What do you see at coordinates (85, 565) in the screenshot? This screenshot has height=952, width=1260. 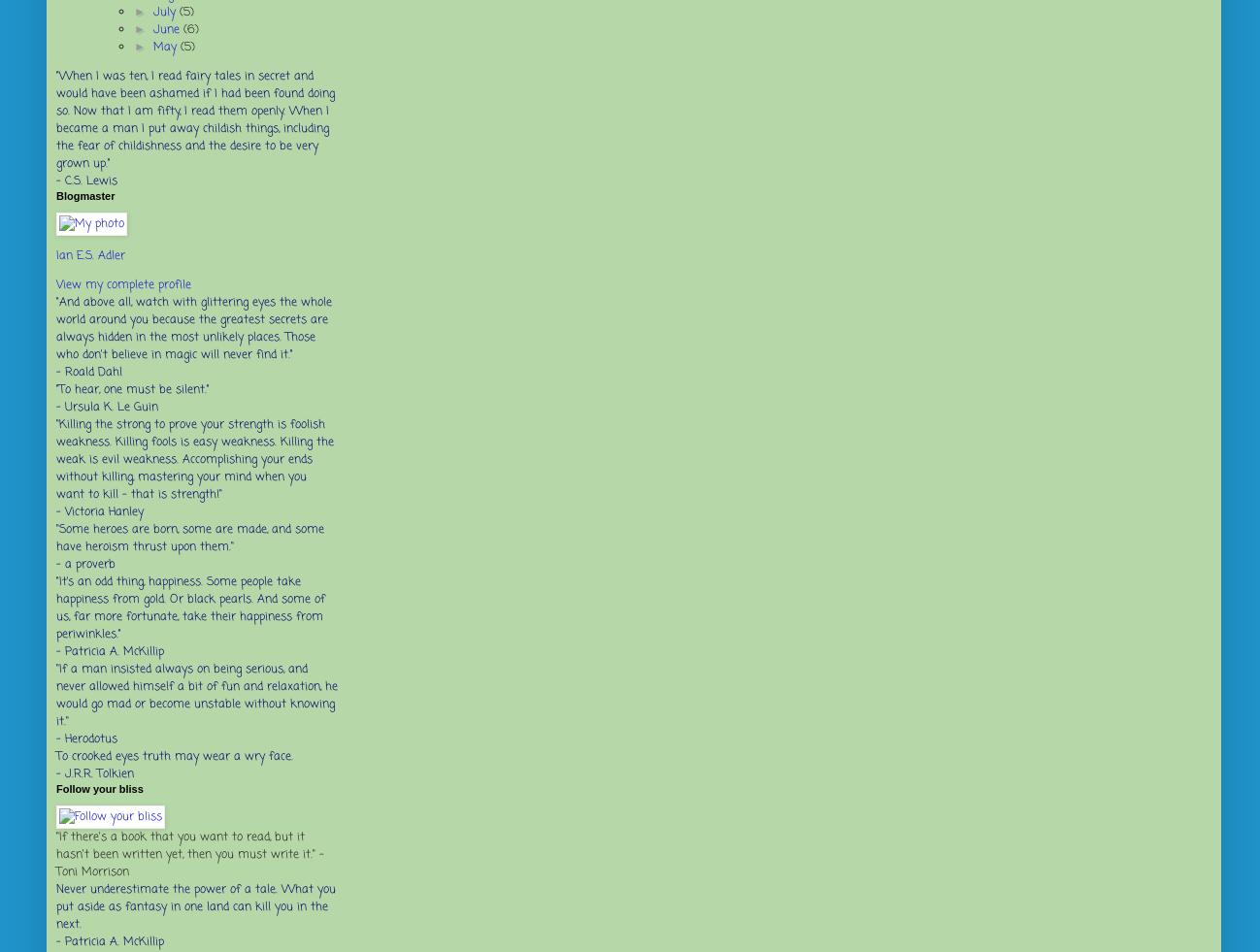 I see `'- a proverb'` at bounding box center [85, 565].